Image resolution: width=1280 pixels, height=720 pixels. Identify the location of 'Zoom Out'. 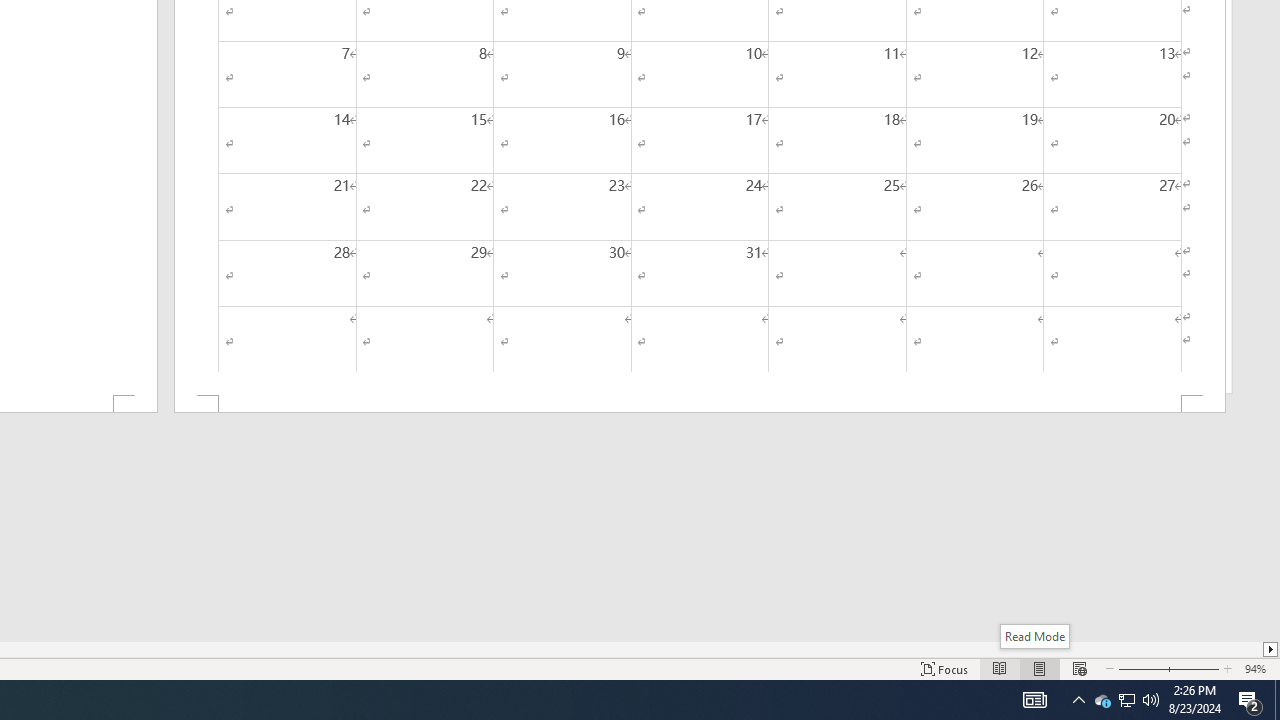
(1141, 669).